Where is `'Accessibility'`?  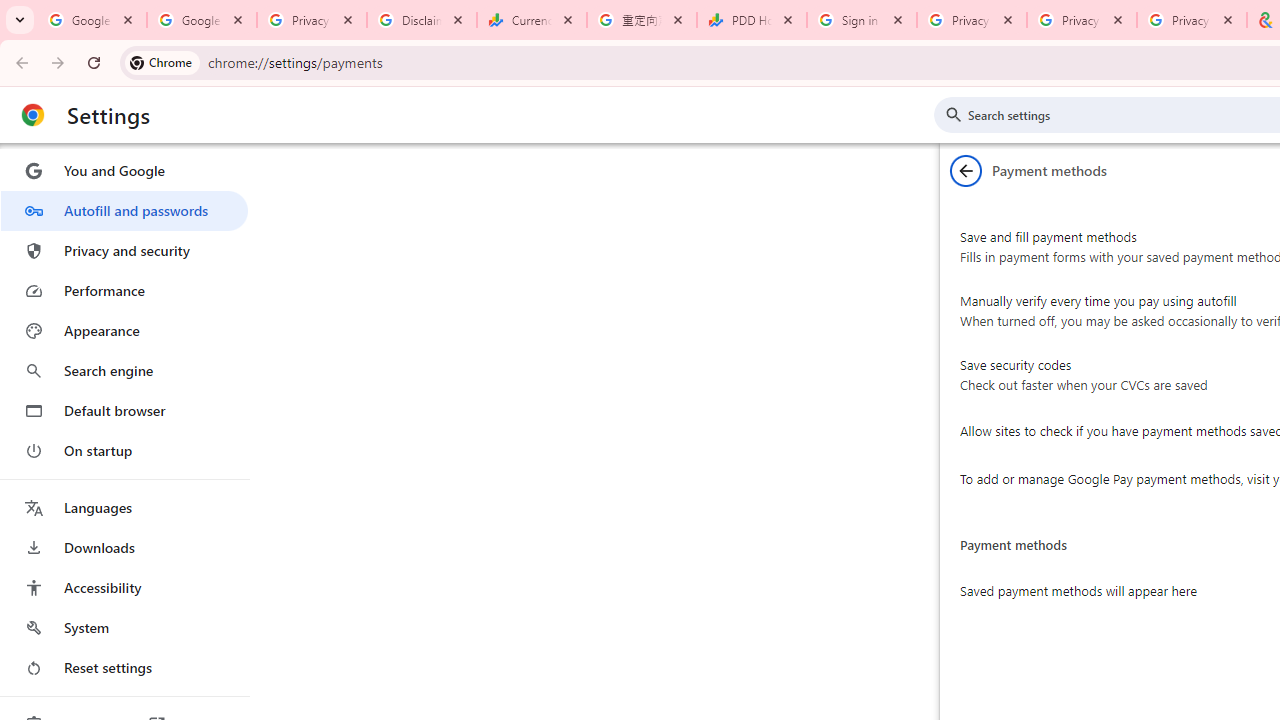 'Accessibility' is located at coordinates (123, 586).